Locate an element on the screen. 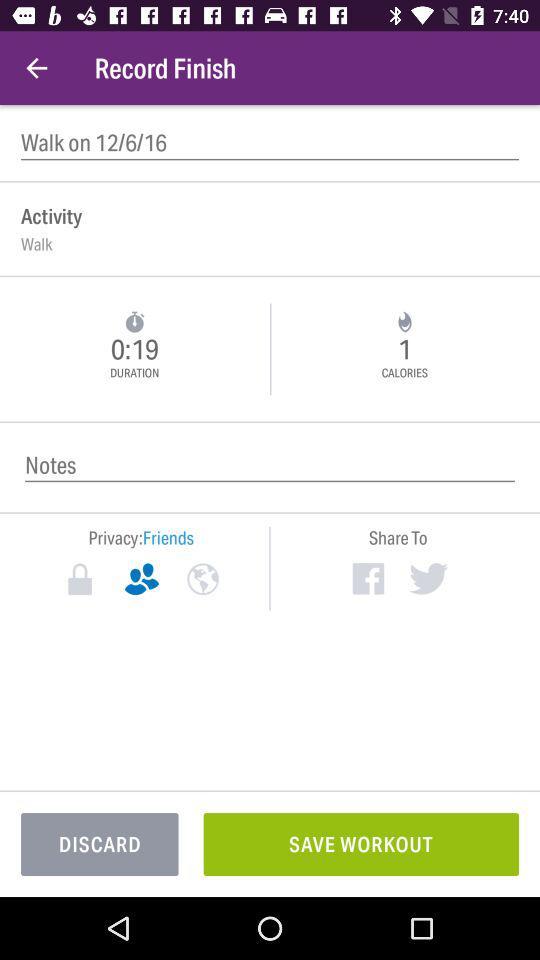 This screenshot has width=540, height=960. the group icon is located at coordinates (140, 579).